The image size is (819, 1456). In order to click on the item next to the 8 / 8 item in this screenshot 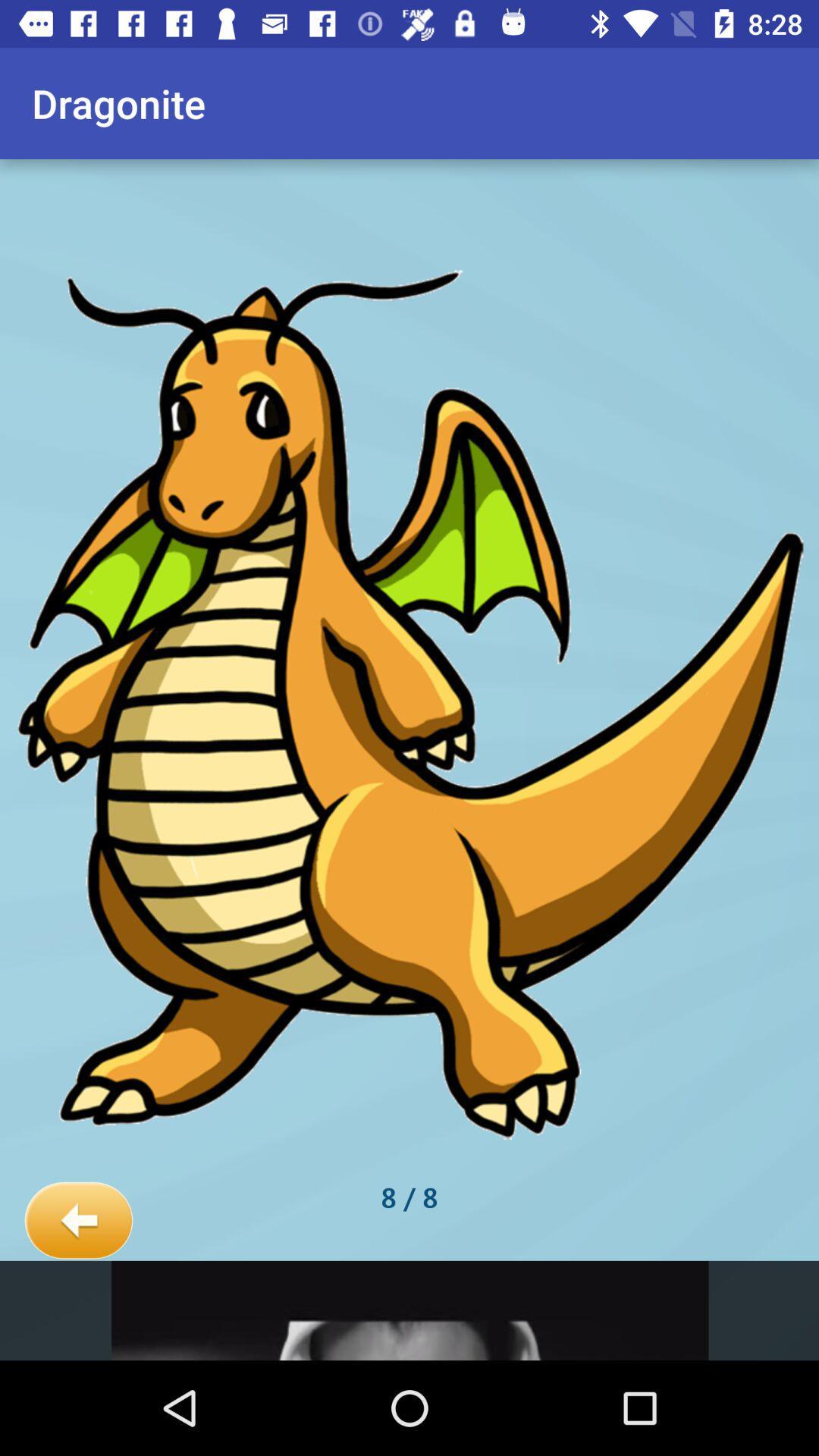, I will do `click(78, 1221)`.